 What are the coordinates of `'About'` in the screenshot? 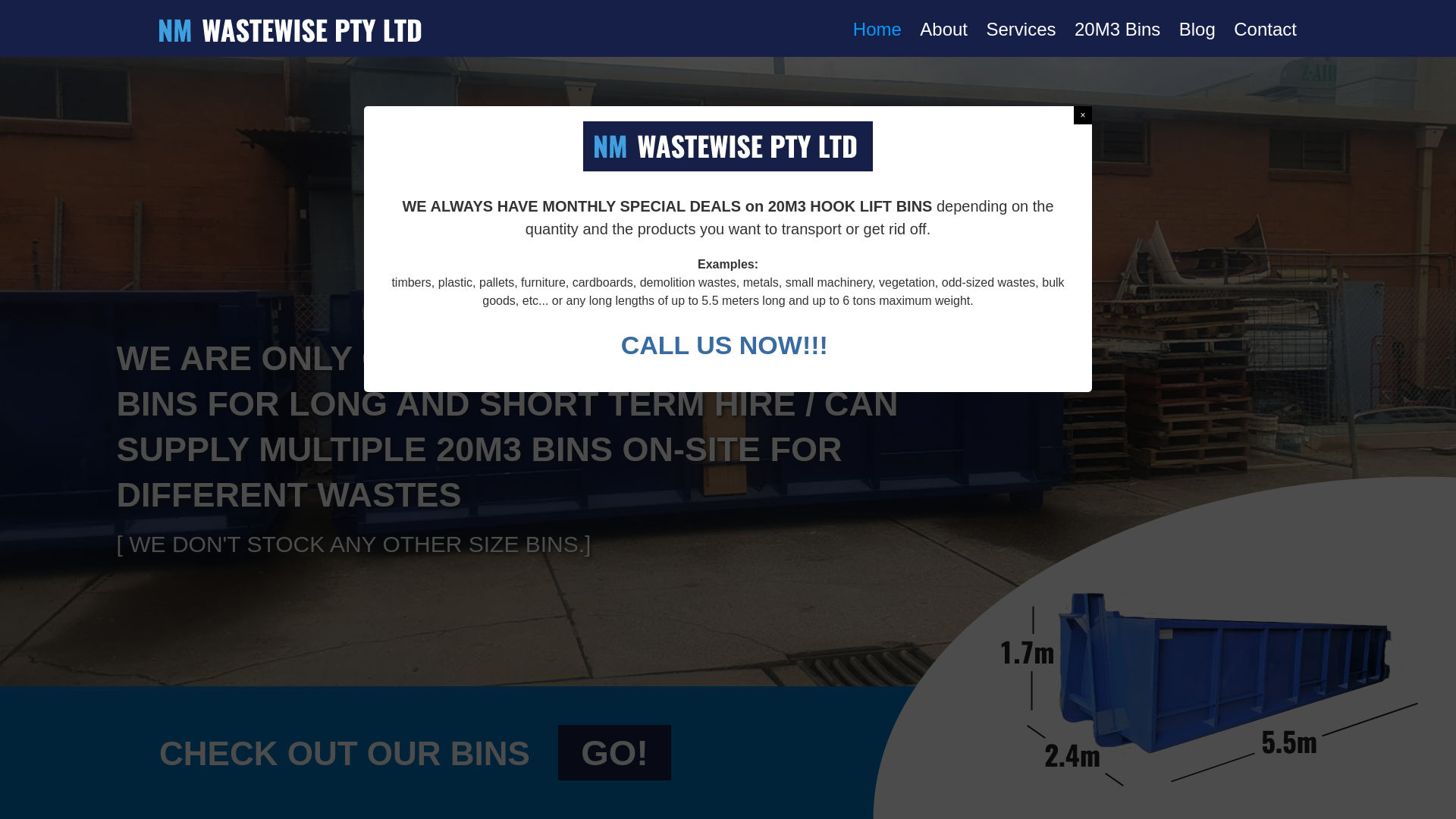 It's located at (943, 29).